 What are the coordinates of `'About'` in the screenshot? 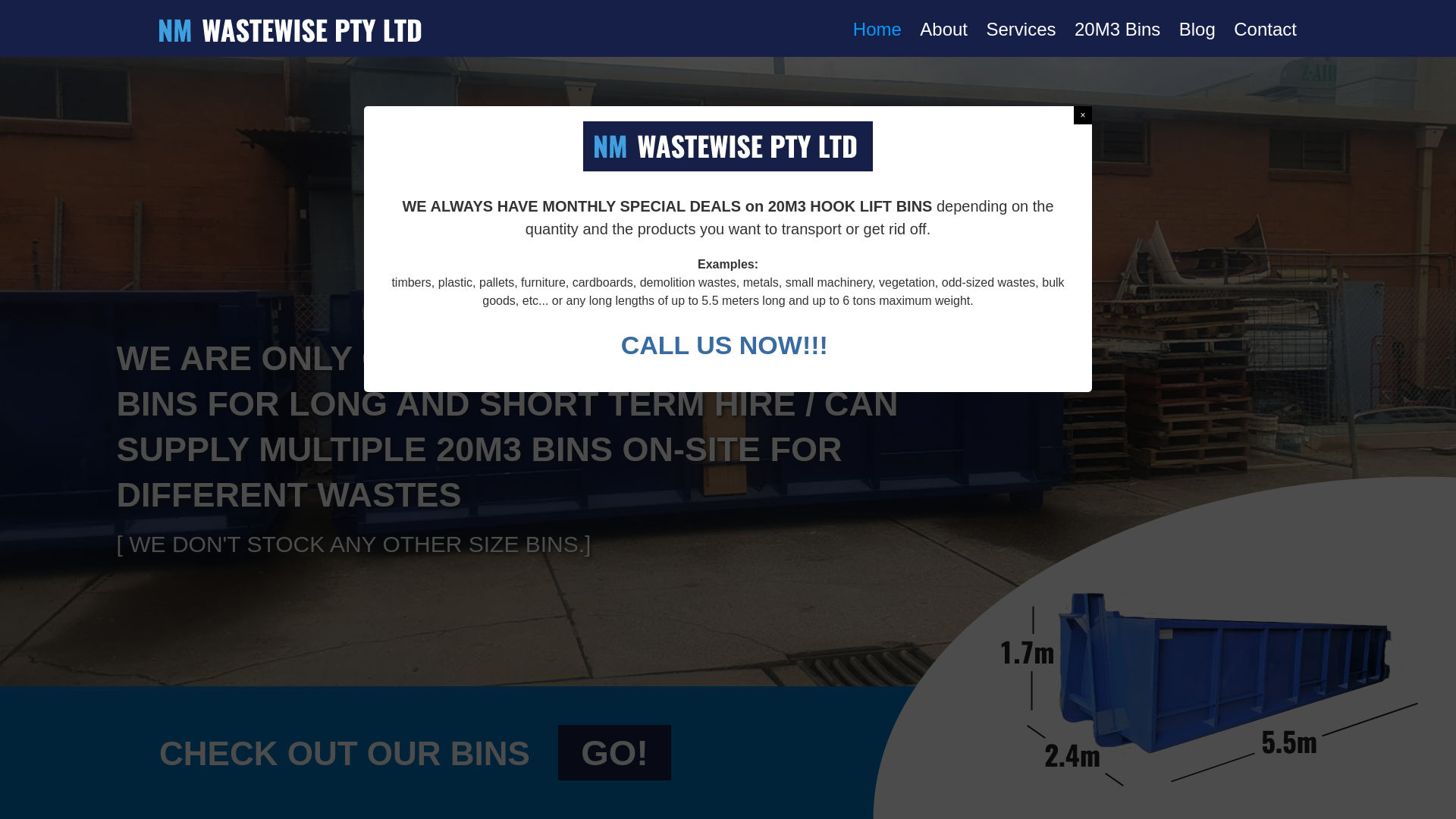 It's located at (943, 29).